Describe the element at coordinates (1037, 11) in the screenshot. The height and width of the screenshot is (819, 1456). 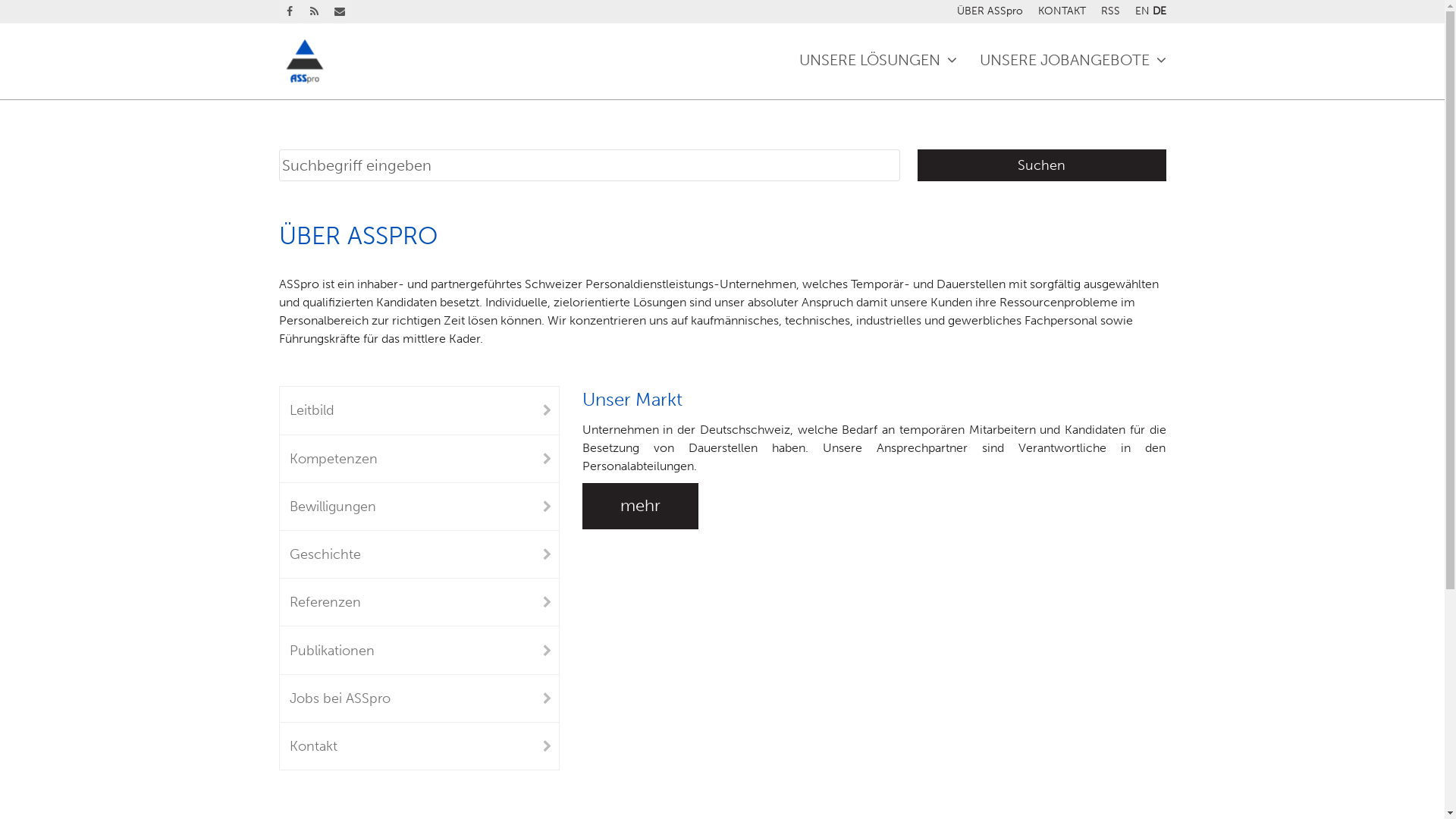
I see `'KONTAKT'` at that location.